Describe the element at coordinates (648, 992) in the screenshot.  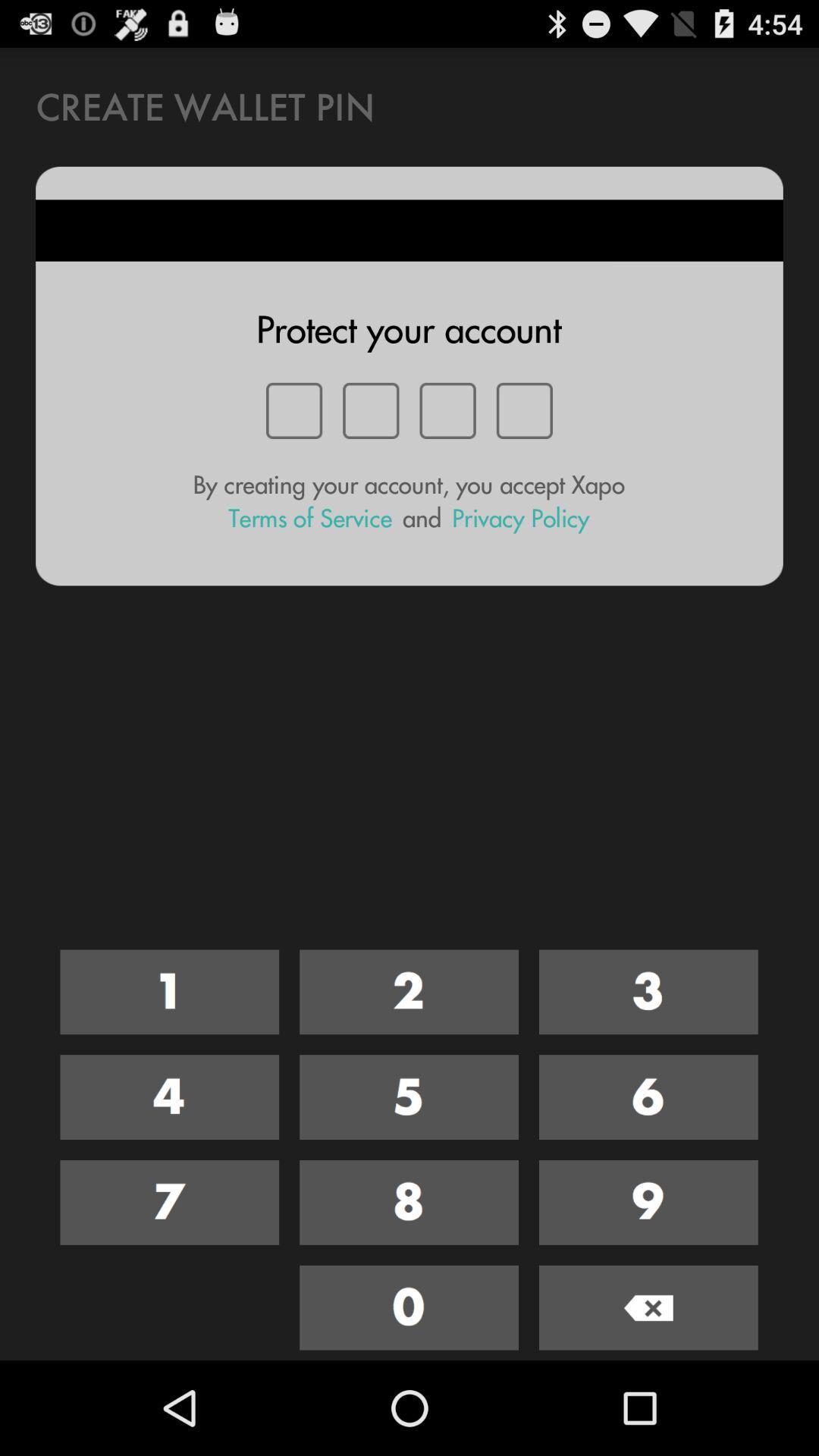
I see `number three` at that location.